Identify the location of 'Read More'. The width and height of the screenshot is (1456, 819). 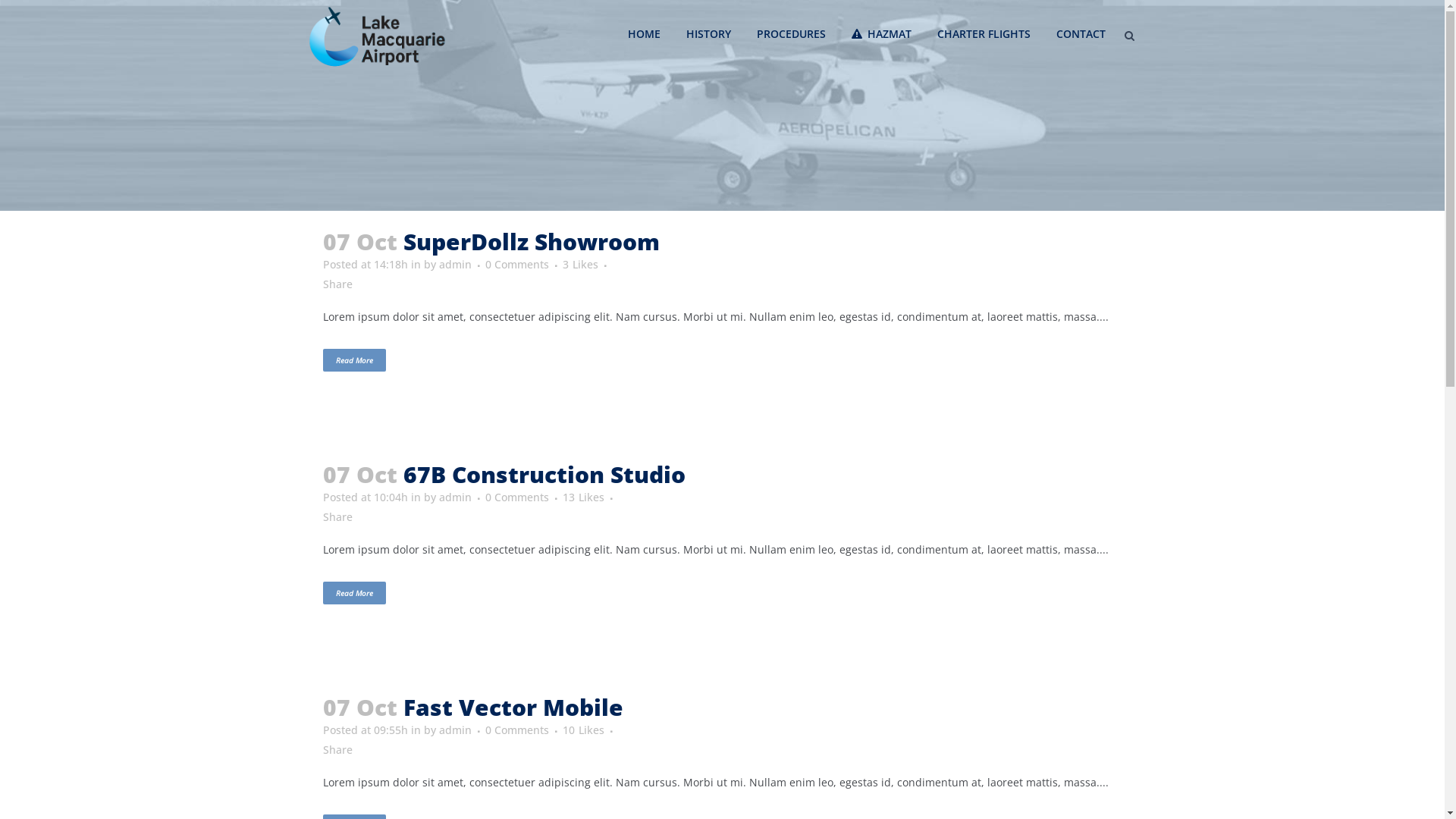
(353, 592).